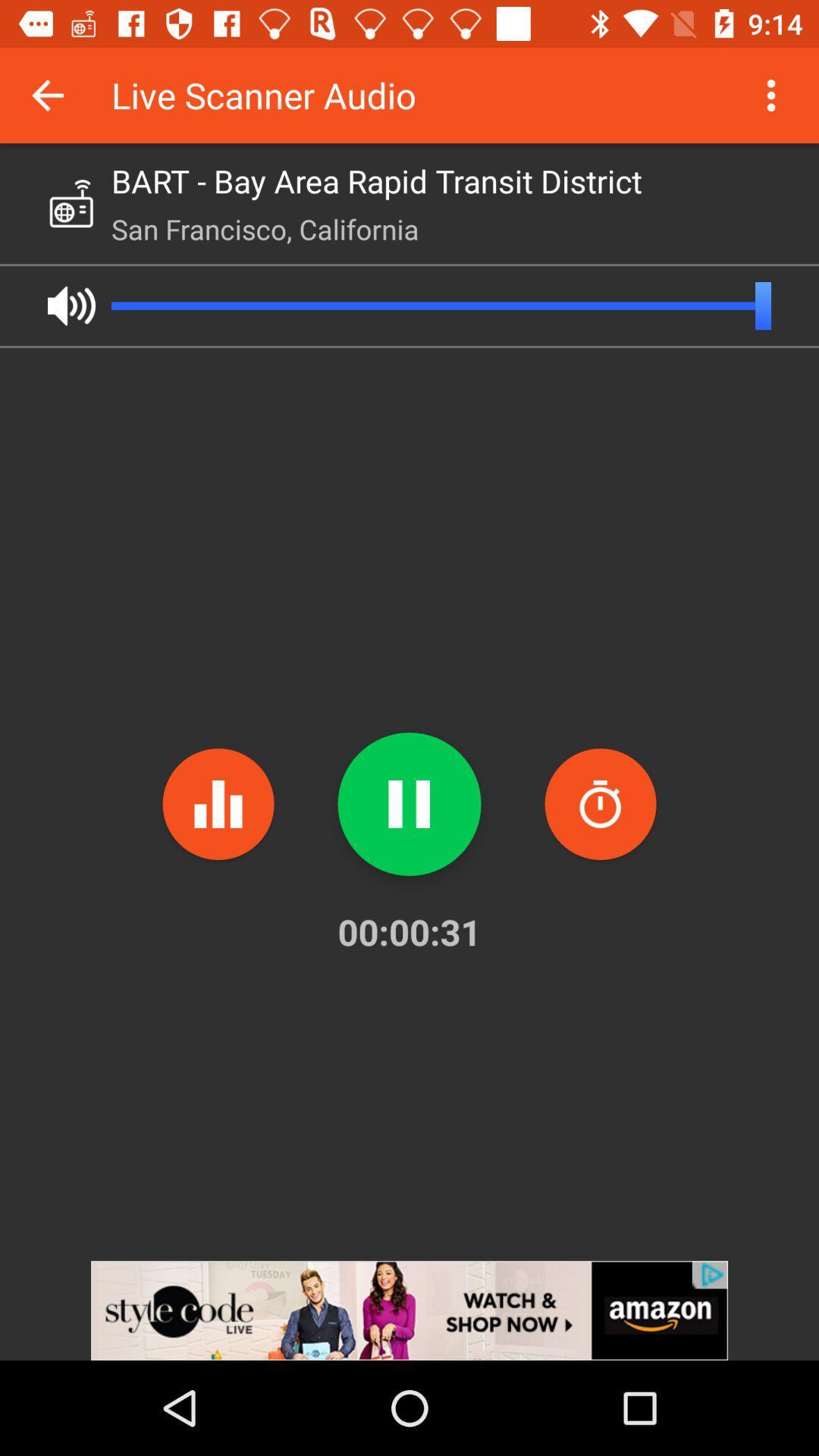 The height and width of the screenshot is (1456, 819). I want to click on audio, so click(71, 305).